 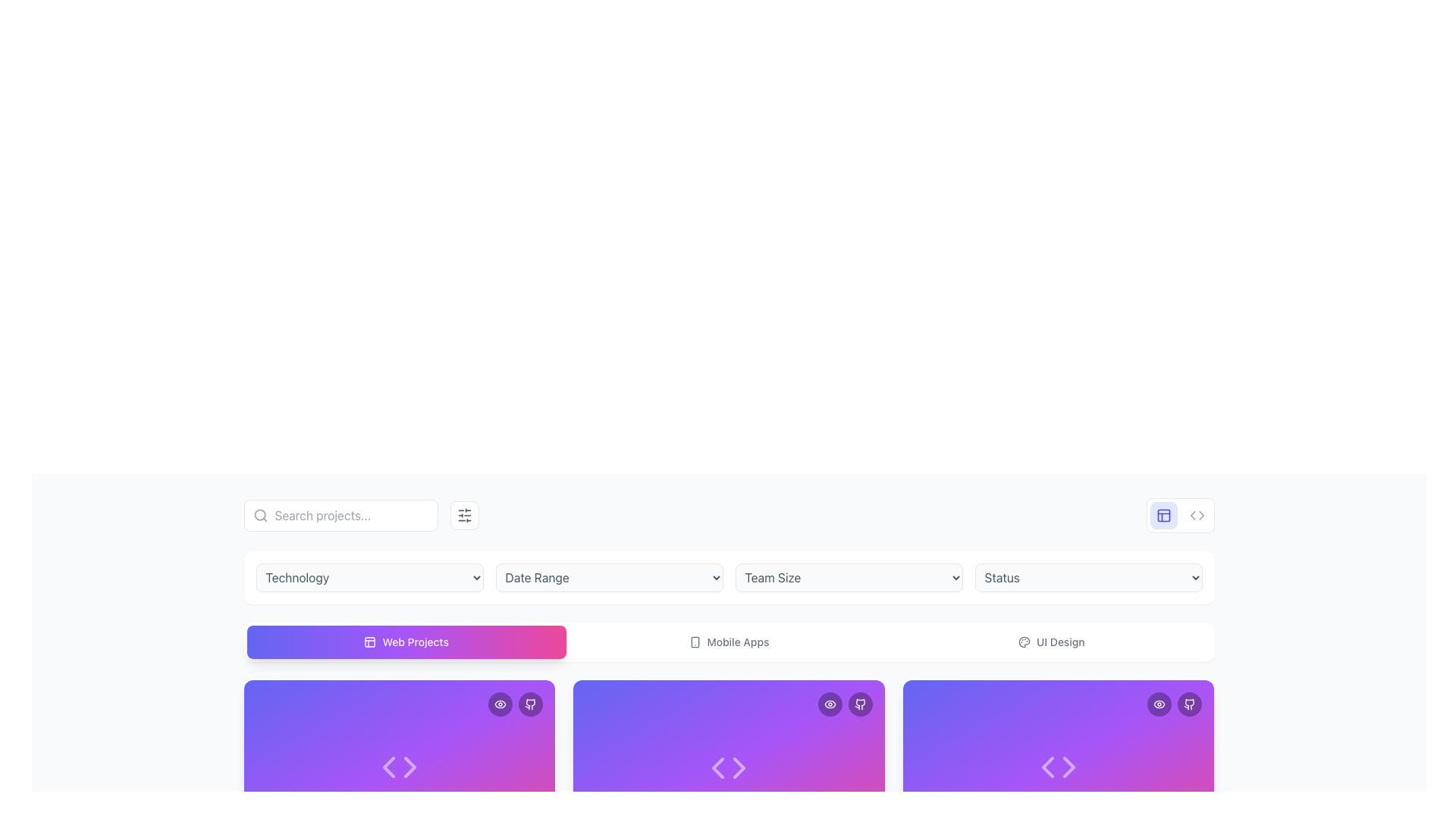 I want to click on the Circle element representing the circular section of the search icon, which is part of the magnifying glass symbol for the search function, located at the left side of the search input bar, so click(x=259, y=514).